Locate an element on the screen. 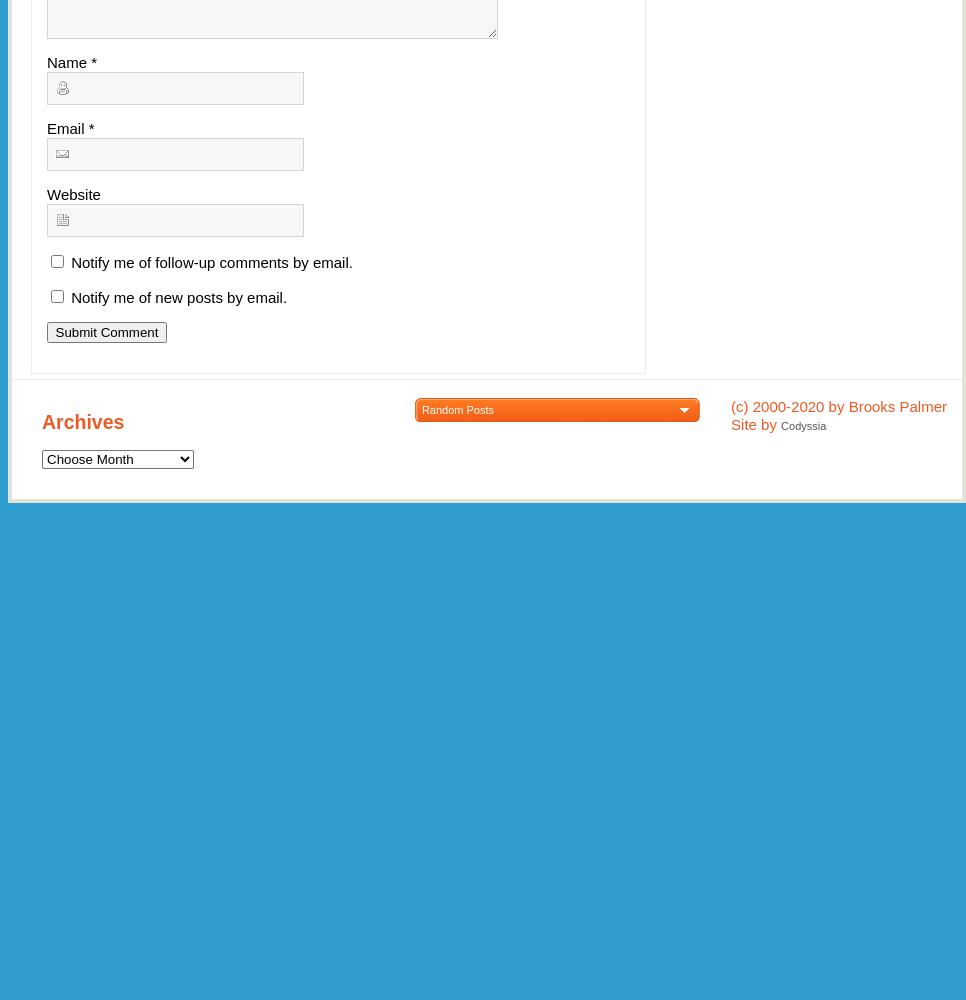 Image resolution: width=966 pixels, height=1000 pixels. 'Archives' is located at coordinates (81, 421).